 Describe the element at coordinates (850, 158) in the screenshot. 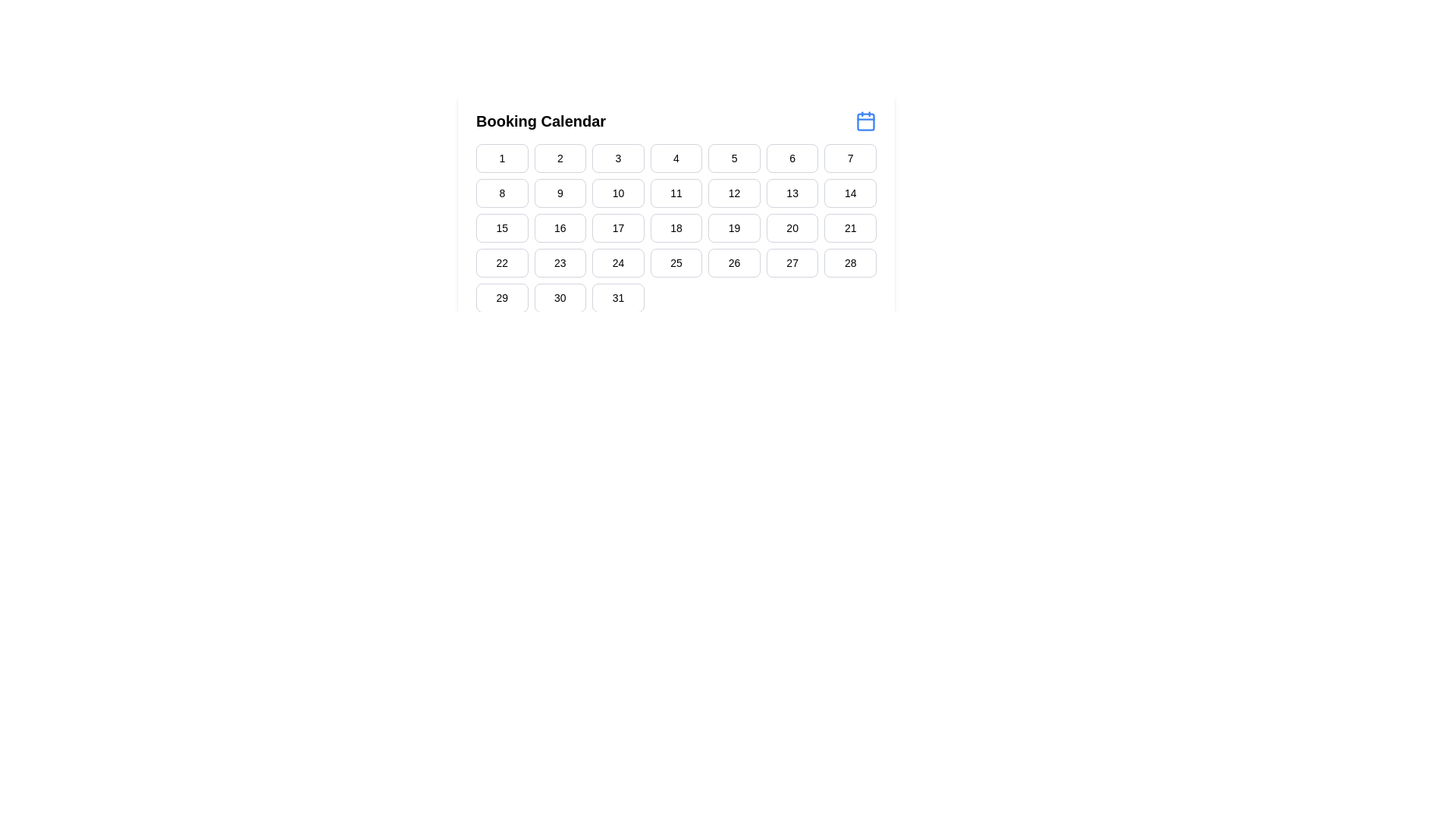

I see `the rectangular button labeled '7' to observe the hover effects changing its background color to light blue` at that location.